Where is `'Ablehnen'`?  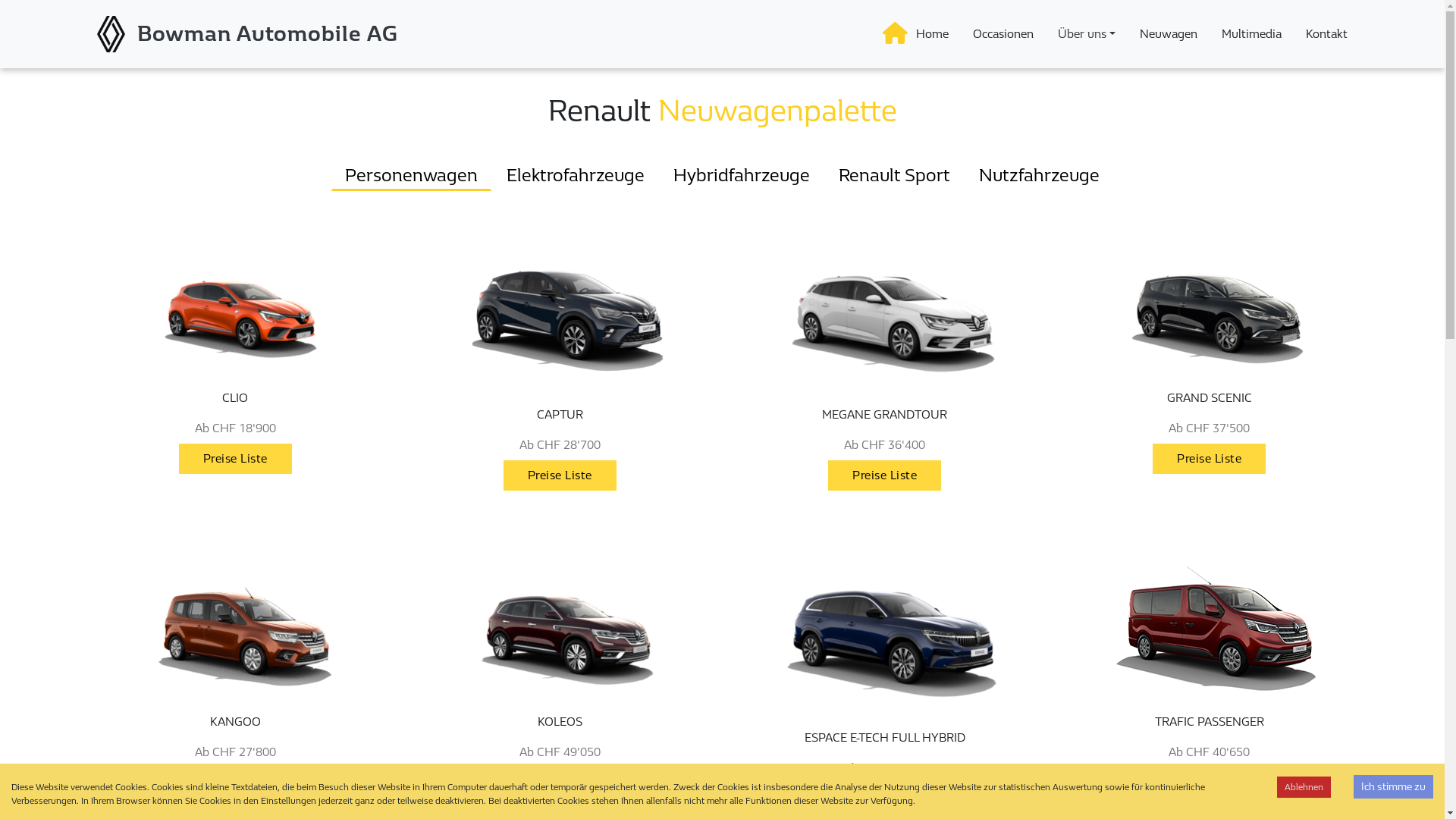
'Ablehnen' is located at coordinates (1303, 786).